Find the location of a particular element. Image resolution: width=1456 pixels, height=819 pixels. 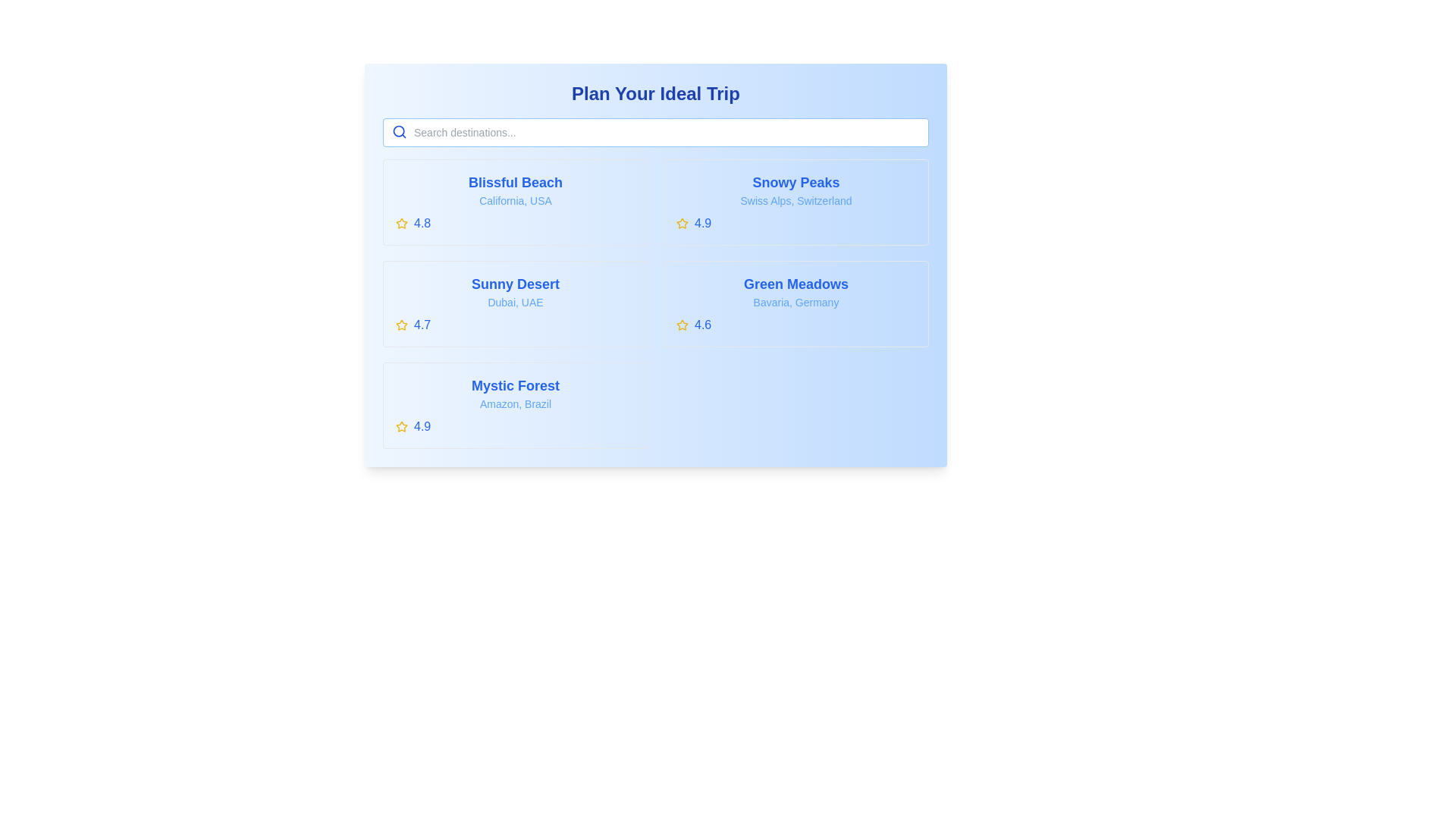

the text label displaying 'Green Meadows' which is positioned at the top of its bordered card is located at coordinates (795, 284).